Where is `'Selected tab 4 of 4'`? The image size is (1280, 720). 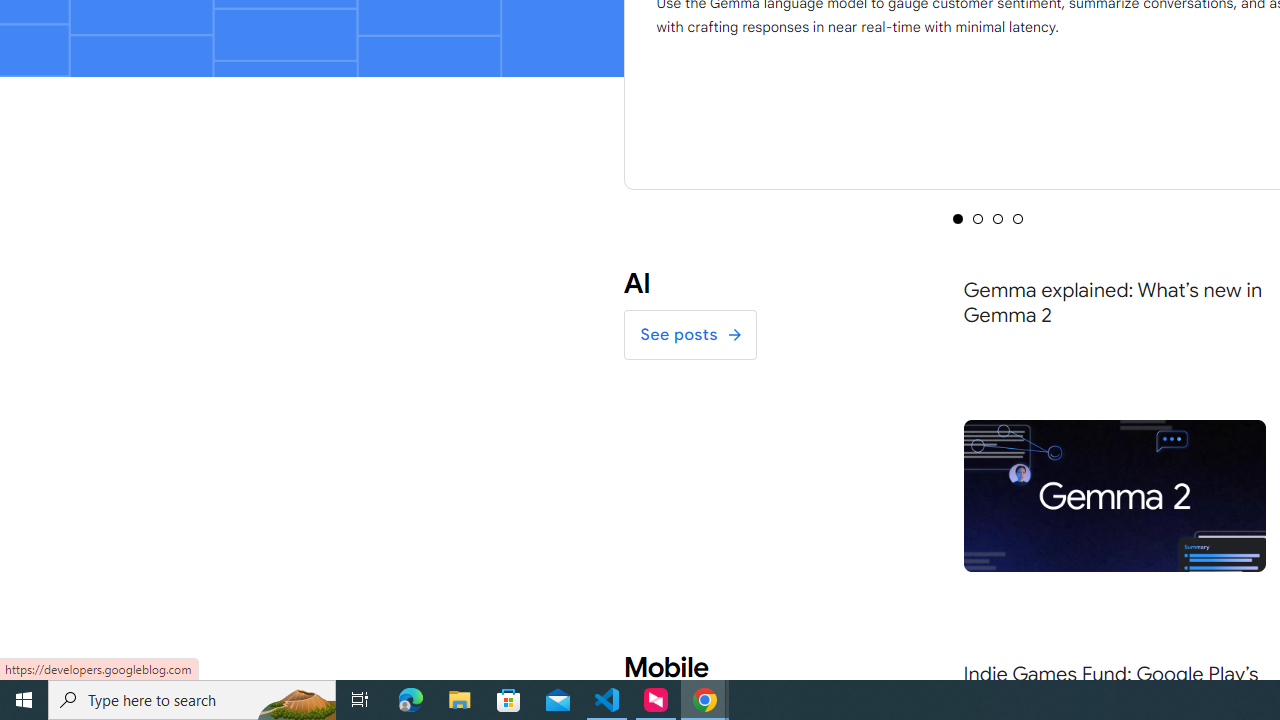
'Selected tab 4 of 4' is located at coordinates (1018, 218).